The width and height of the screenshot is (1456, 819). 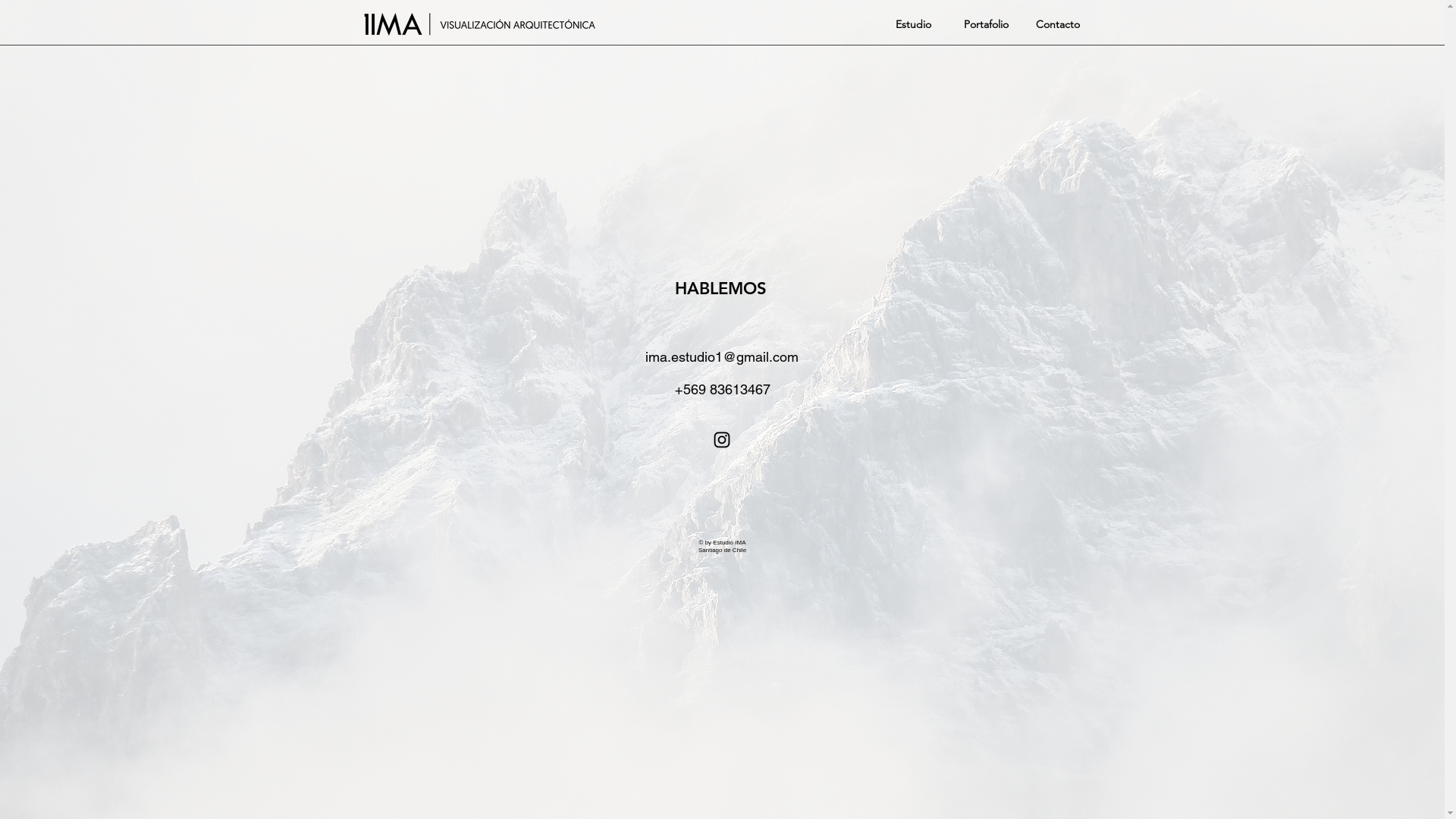 I want to click on 'Portafolio', so click(x=983, y=24).